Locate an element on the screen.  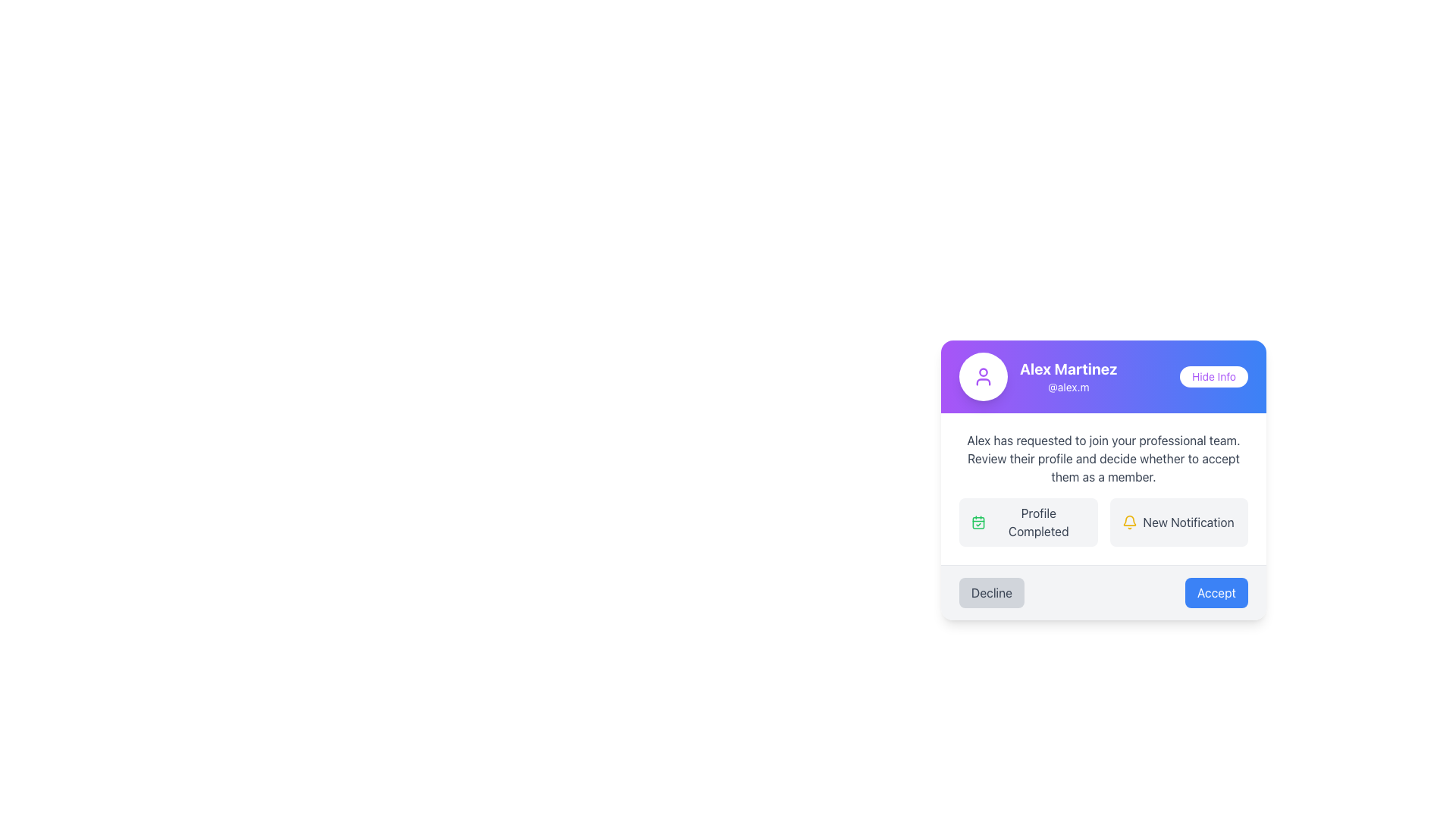
text label displaying 'Profile Completed' which is located to the right of a green calendar icon in a horizontally oriented layout is located at coordinates (1037, 522).